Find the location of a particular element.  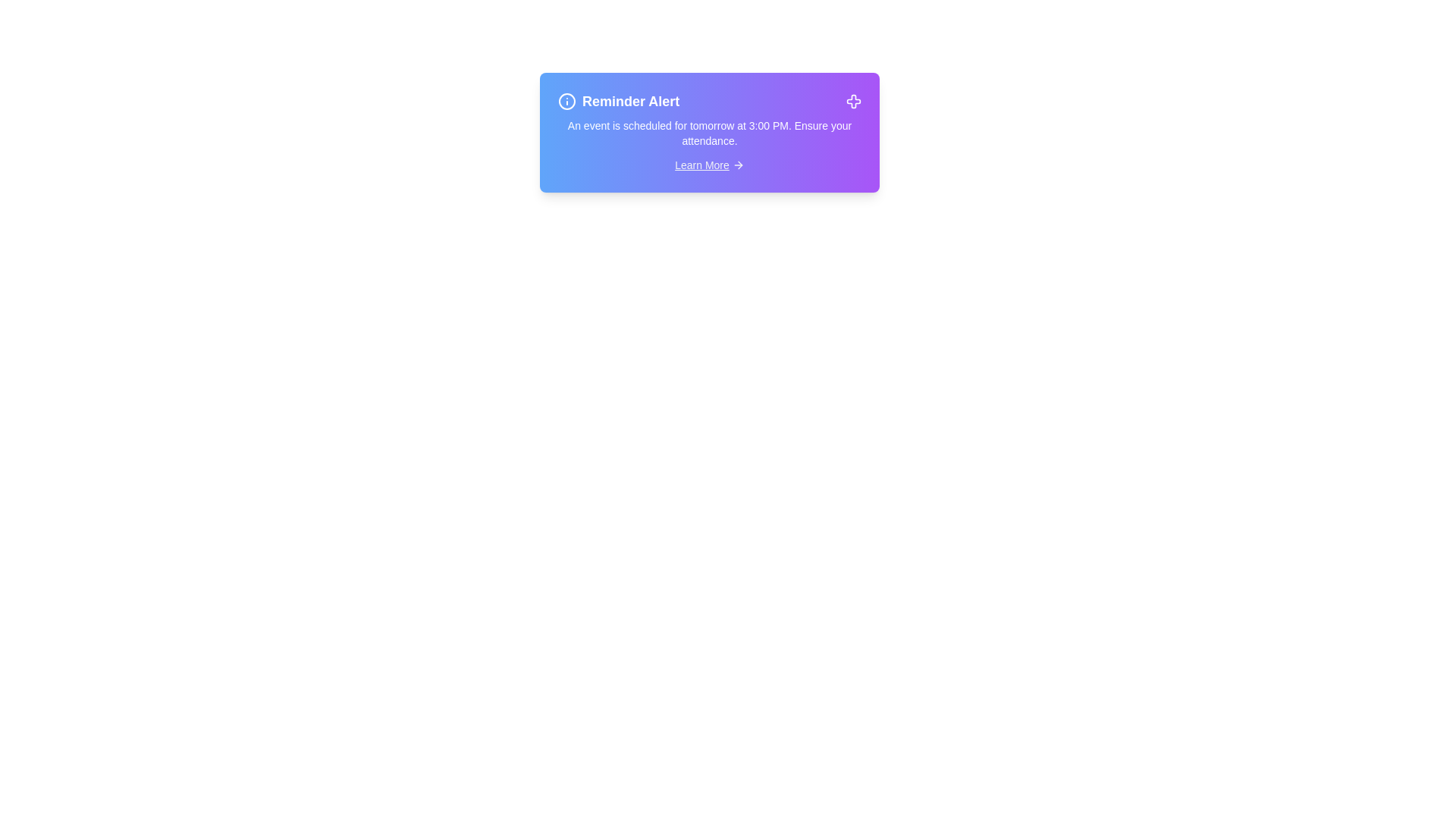

the close button in the top-right corner of the alert to dismiss it is located at coordinates (854, 102).